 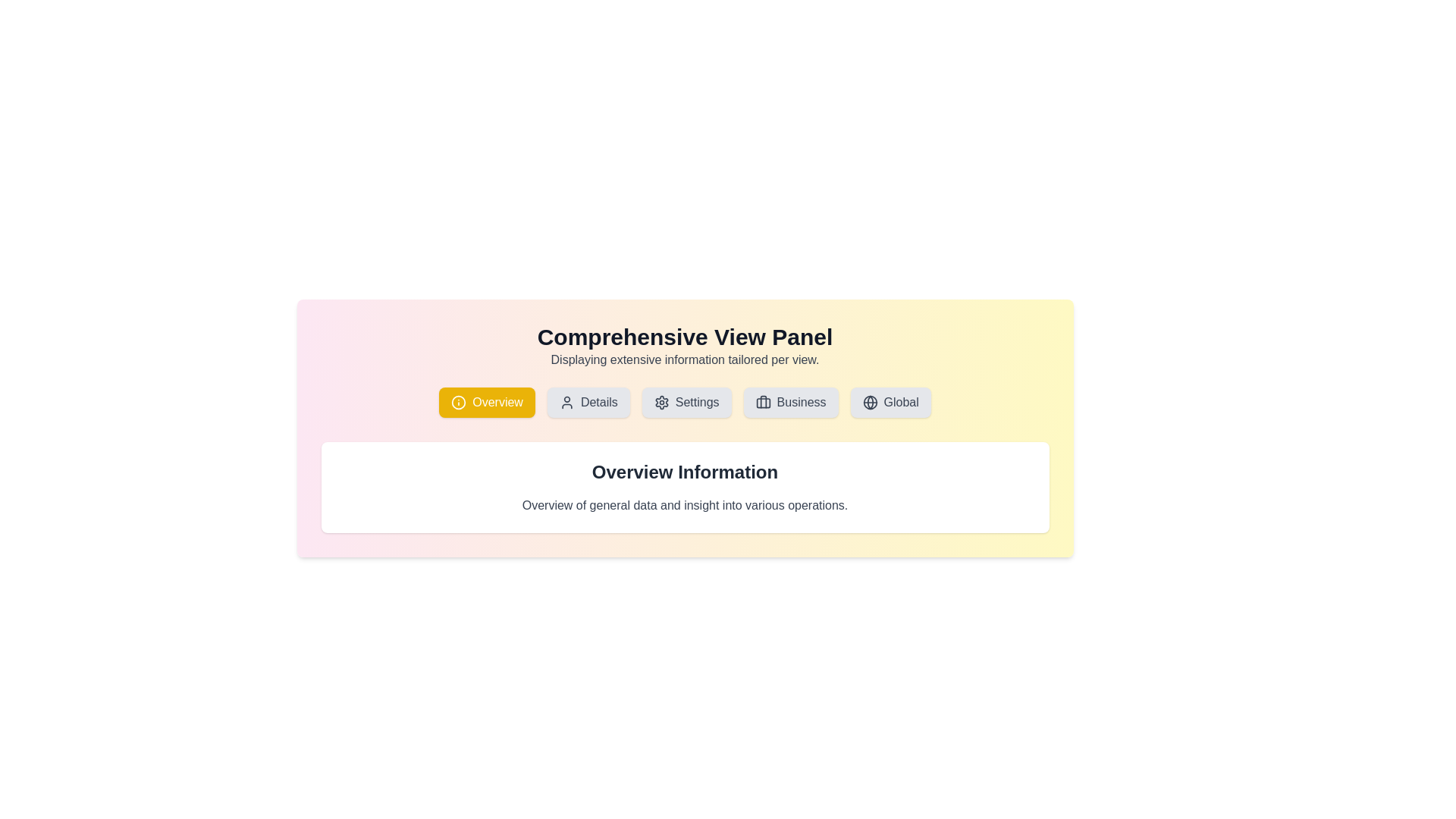 I want to click on the 'Details' button icon located in the navigation bar at the top, which represents user-related or profile-specific details, so click(x=566, y=402).